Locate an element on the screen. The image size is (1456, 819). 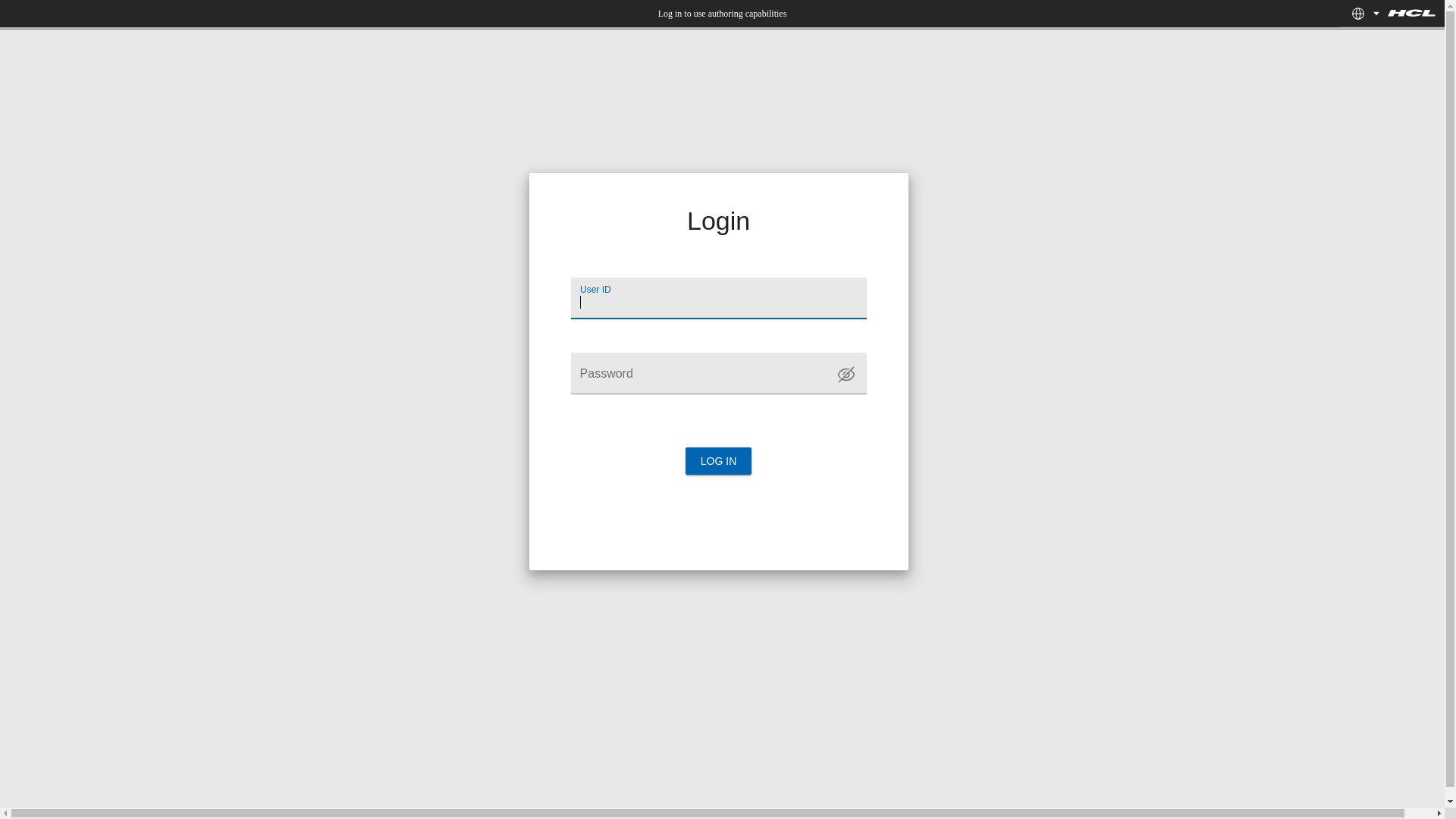
'LOG IN' is located at coordinates (684, 460).